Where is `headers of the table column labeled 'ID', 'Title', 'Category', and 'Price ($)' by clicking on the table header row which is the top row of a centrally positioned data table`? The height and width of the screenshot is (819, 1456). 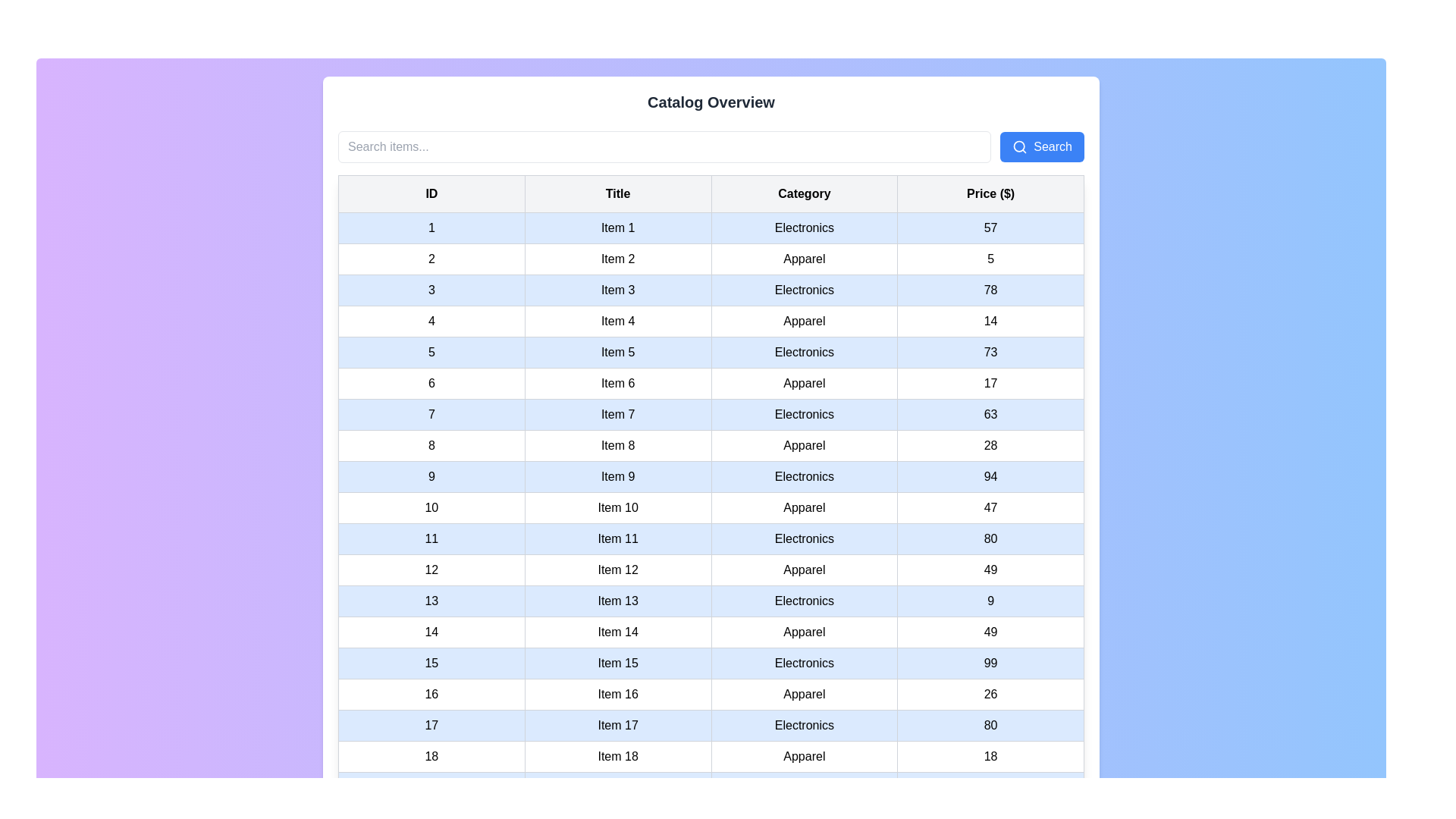
headers of the table column labeled 'ID', 'Title', 'Category', and 'Price ($)' by clicking on the table header row which is the top row of a centrally positioned data table is located at coordinates (710, 193).